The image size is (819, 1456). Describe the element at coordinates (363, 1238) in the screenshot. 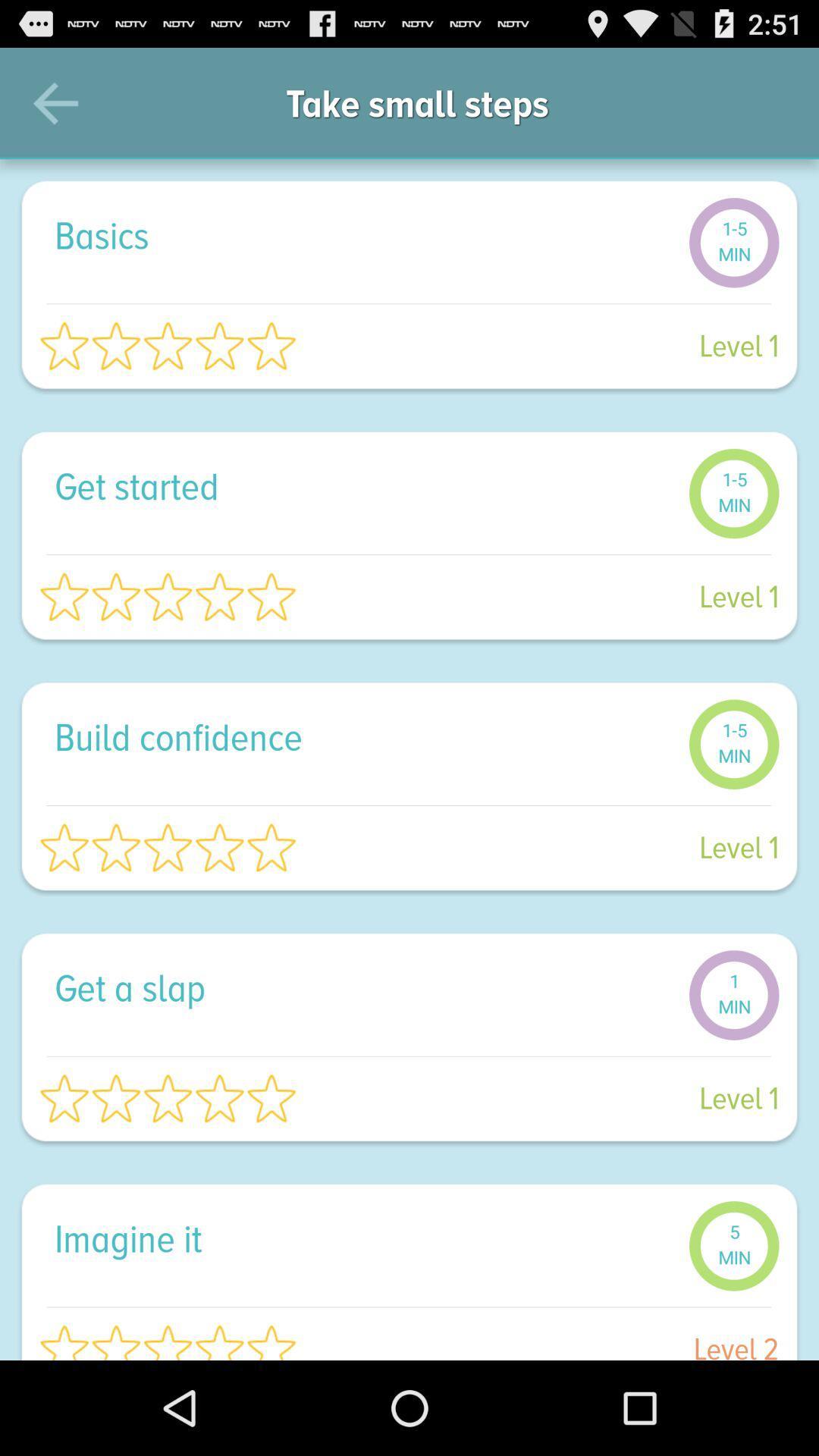

I see `imagine it` at that location.